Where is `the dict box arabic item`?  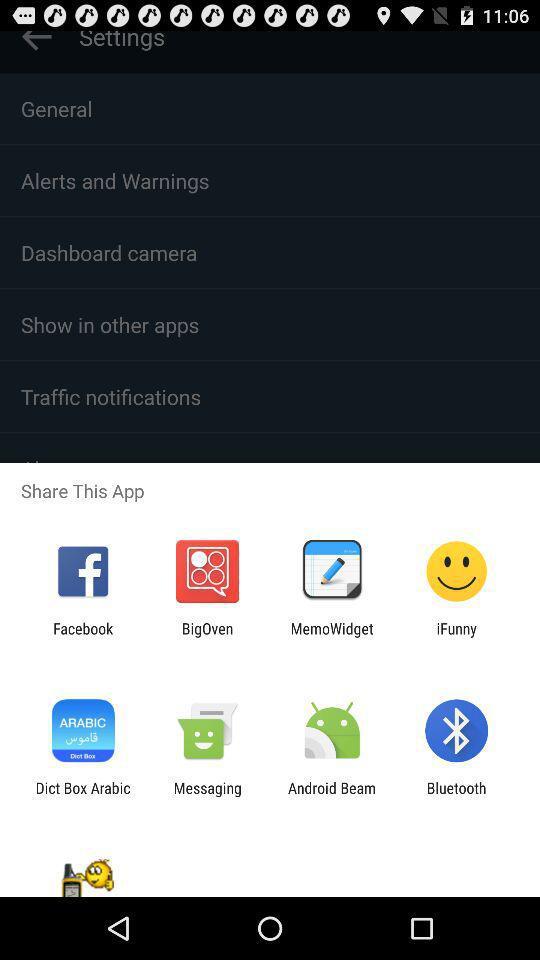 the dict box arabic item is located at coordinates (82, 796).